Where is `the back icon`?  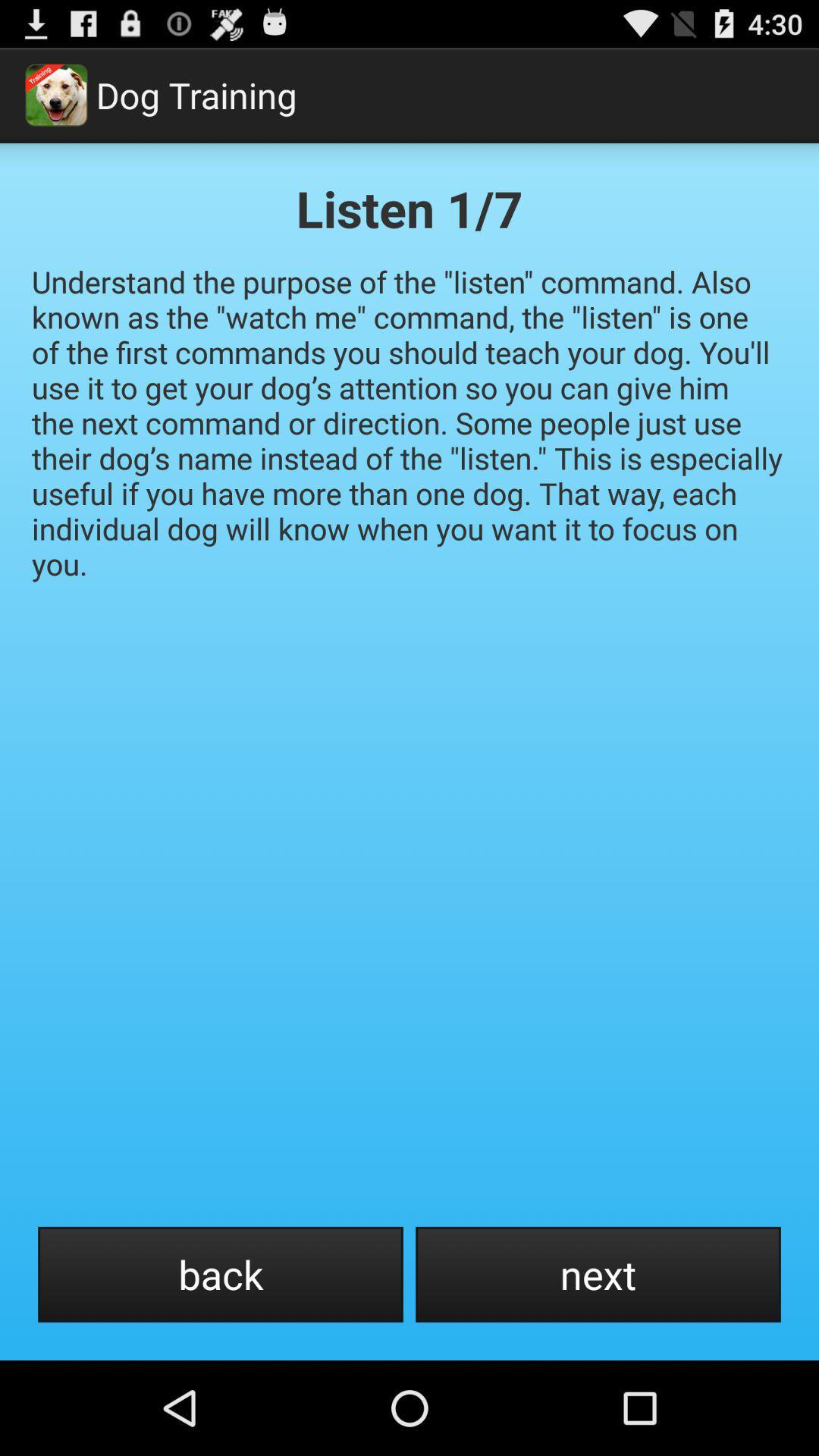 the back icon is located at coordinates (220, 1274).